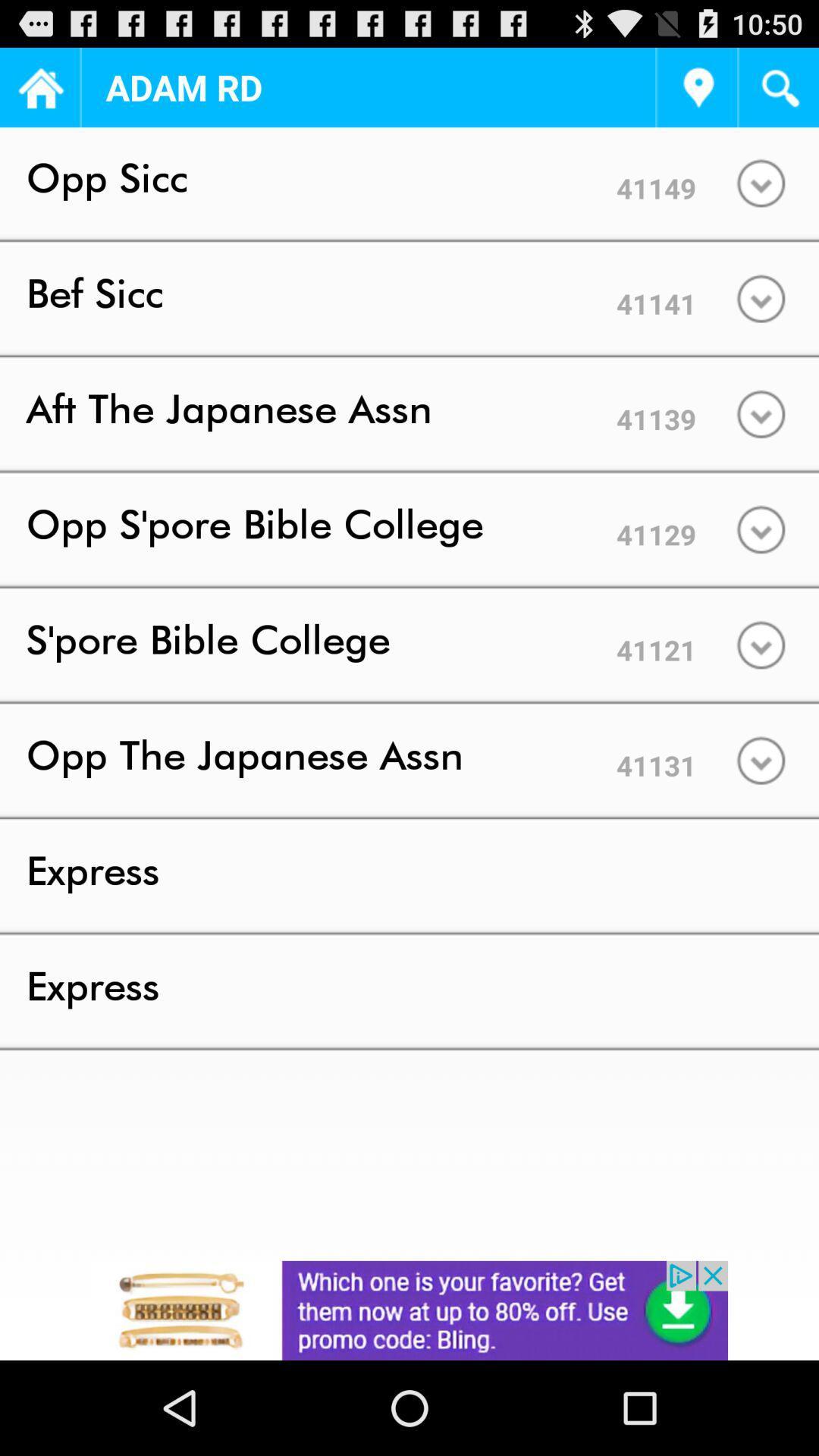 The width and height of the screenshot is (819, 1456). What do you see at coordinates (39, 93) in the screenshot?
I see `the home icon` at bounding box center [39, 93].